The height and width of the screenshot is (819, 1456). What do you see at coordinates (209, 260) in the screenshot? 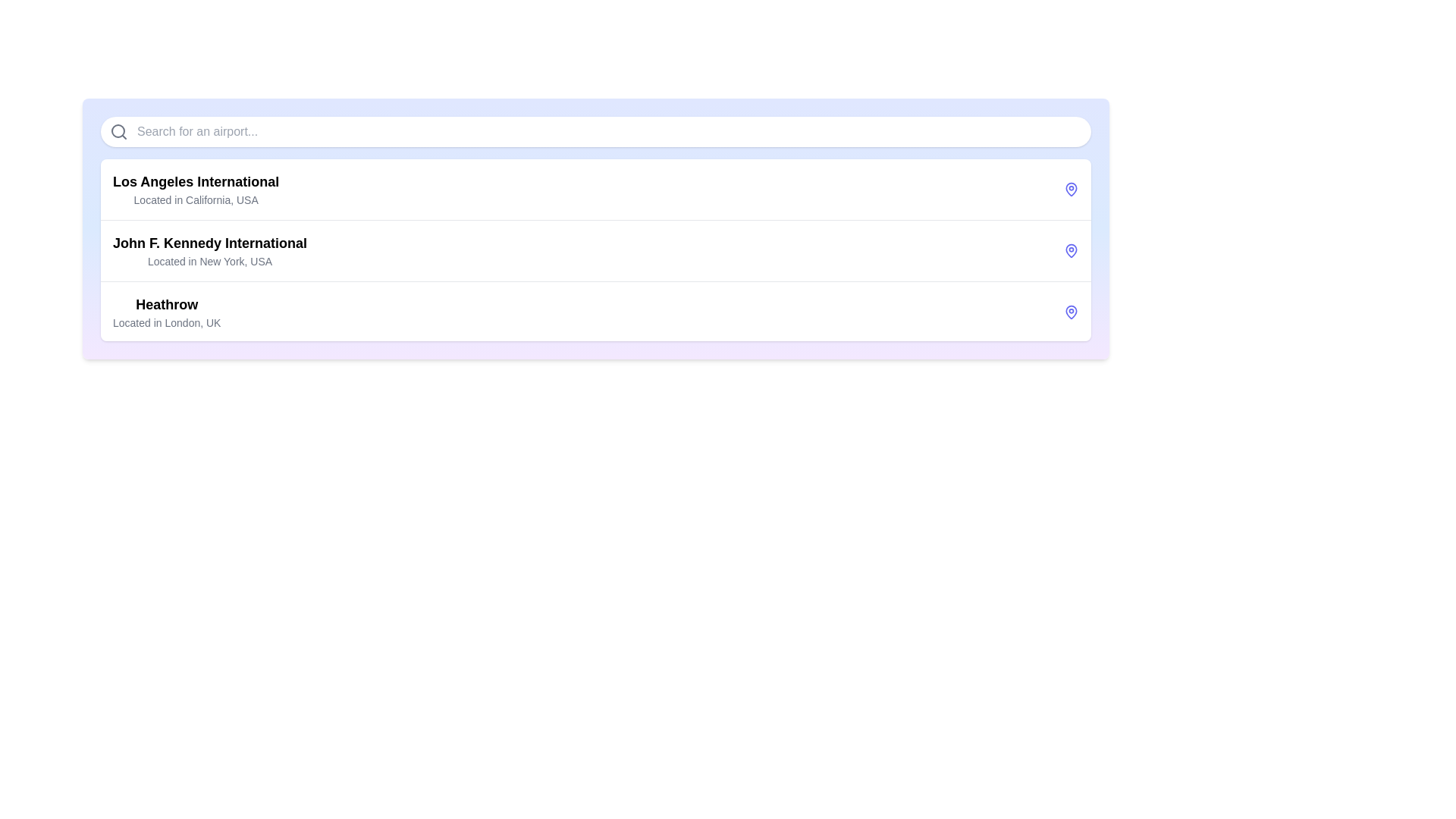
I see `location information from the static text positioned below 'John F. Kennedy International' in the second list item` at bounding box center [209, 260].